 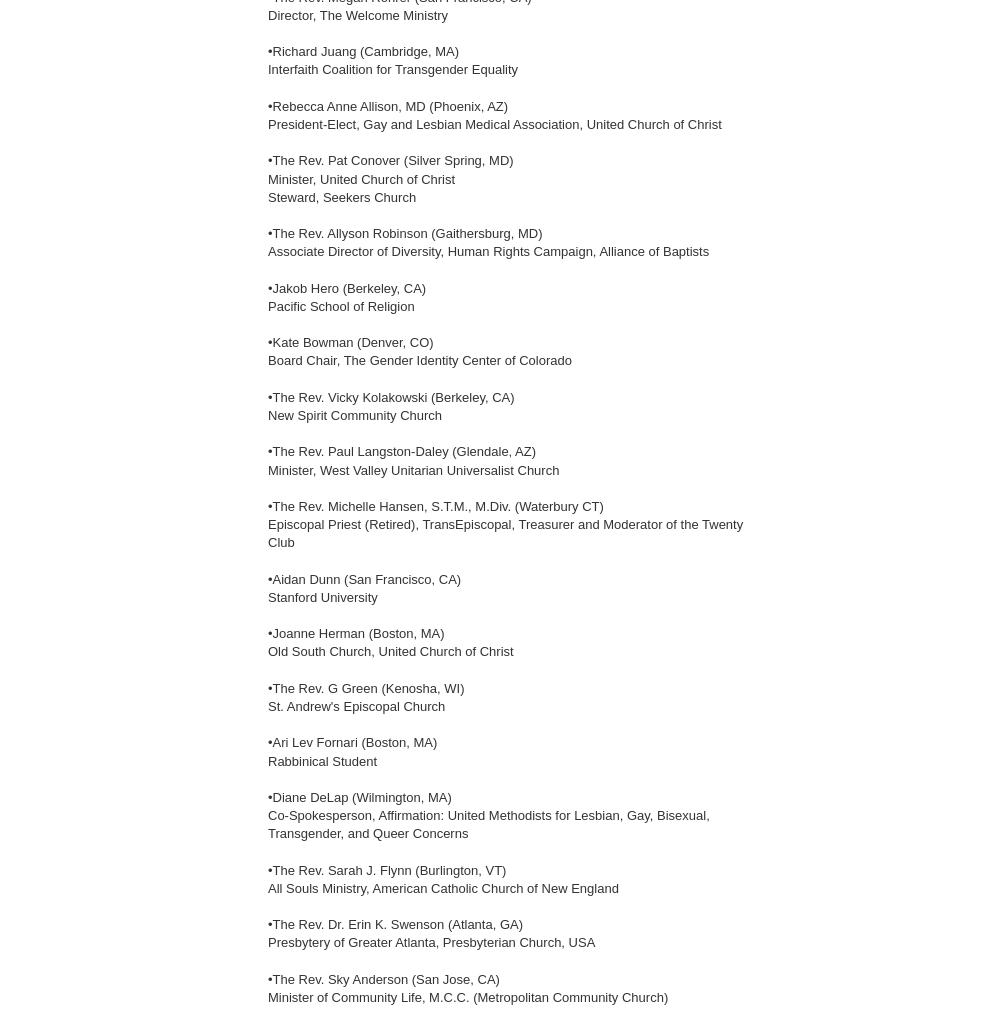 What do you see at coordinates (359, 796) in the screenshot?
I see `'•Diane DeLap (Wilmington, MA)'` at bounding box center [359, 796].